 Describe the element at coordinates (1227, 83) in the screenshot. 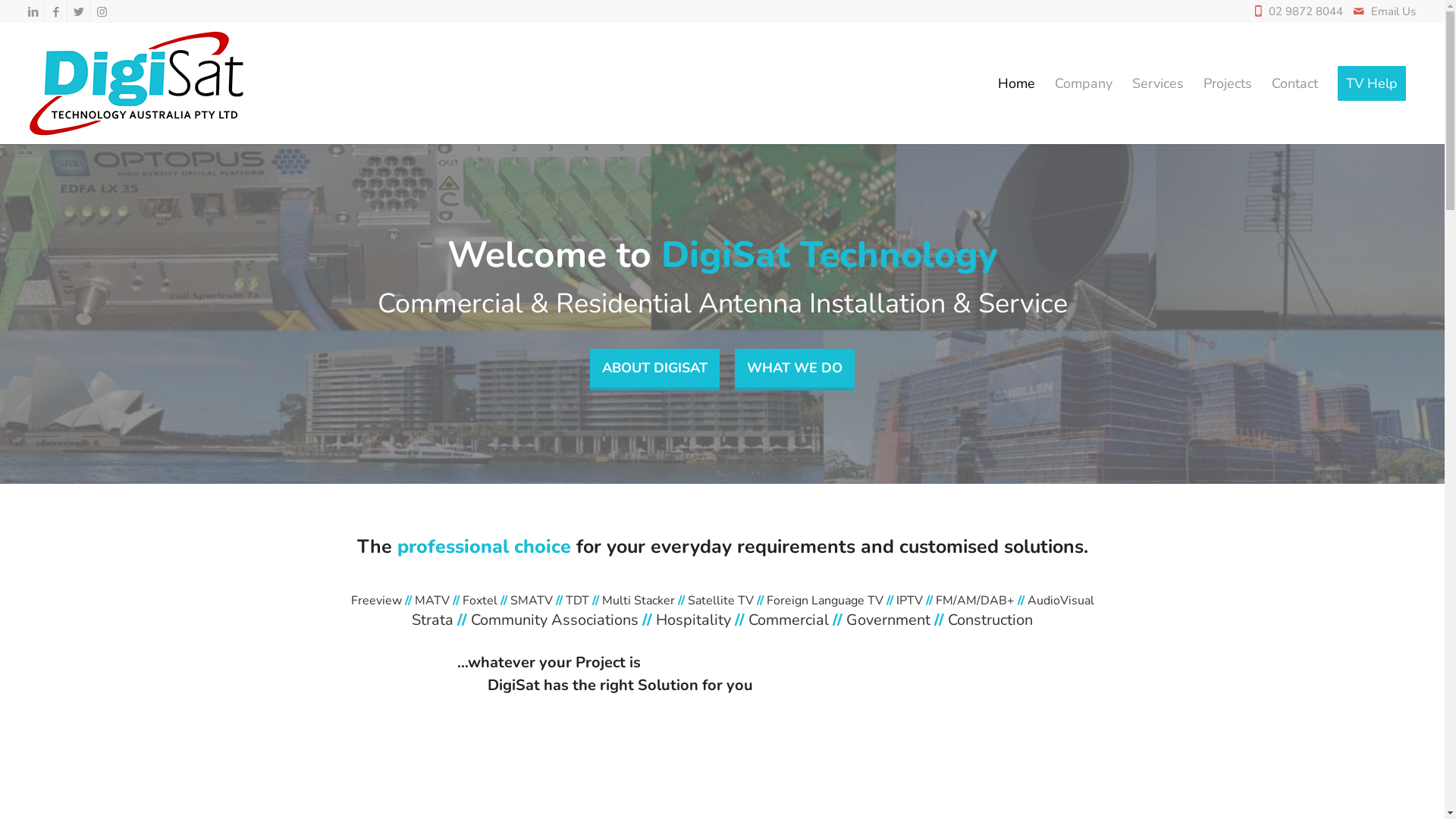

I see `'Projects'` at that location.